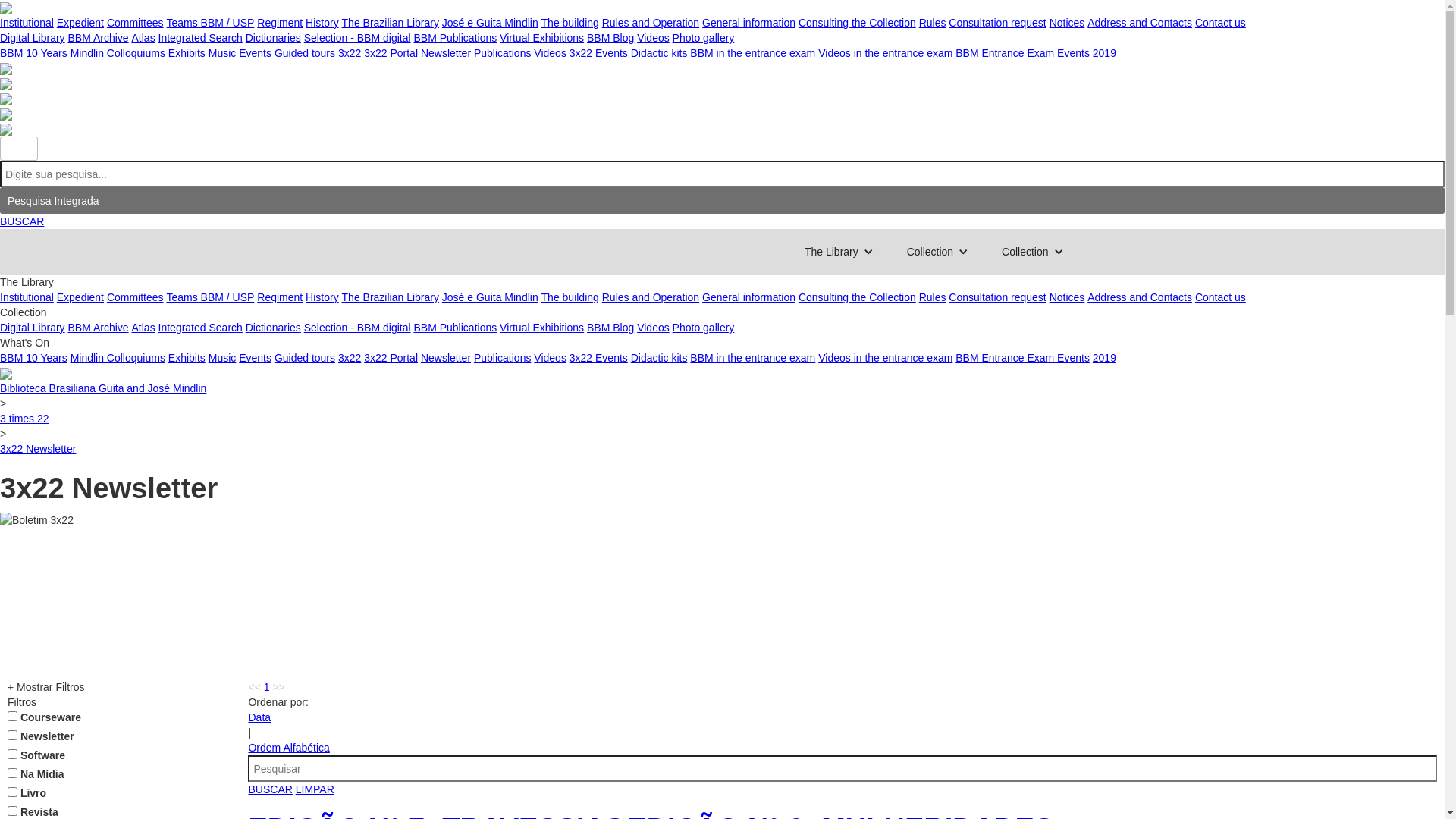  Describe the element at coordinates (305, 297) in the screenshot. I see `'History'` at that location.